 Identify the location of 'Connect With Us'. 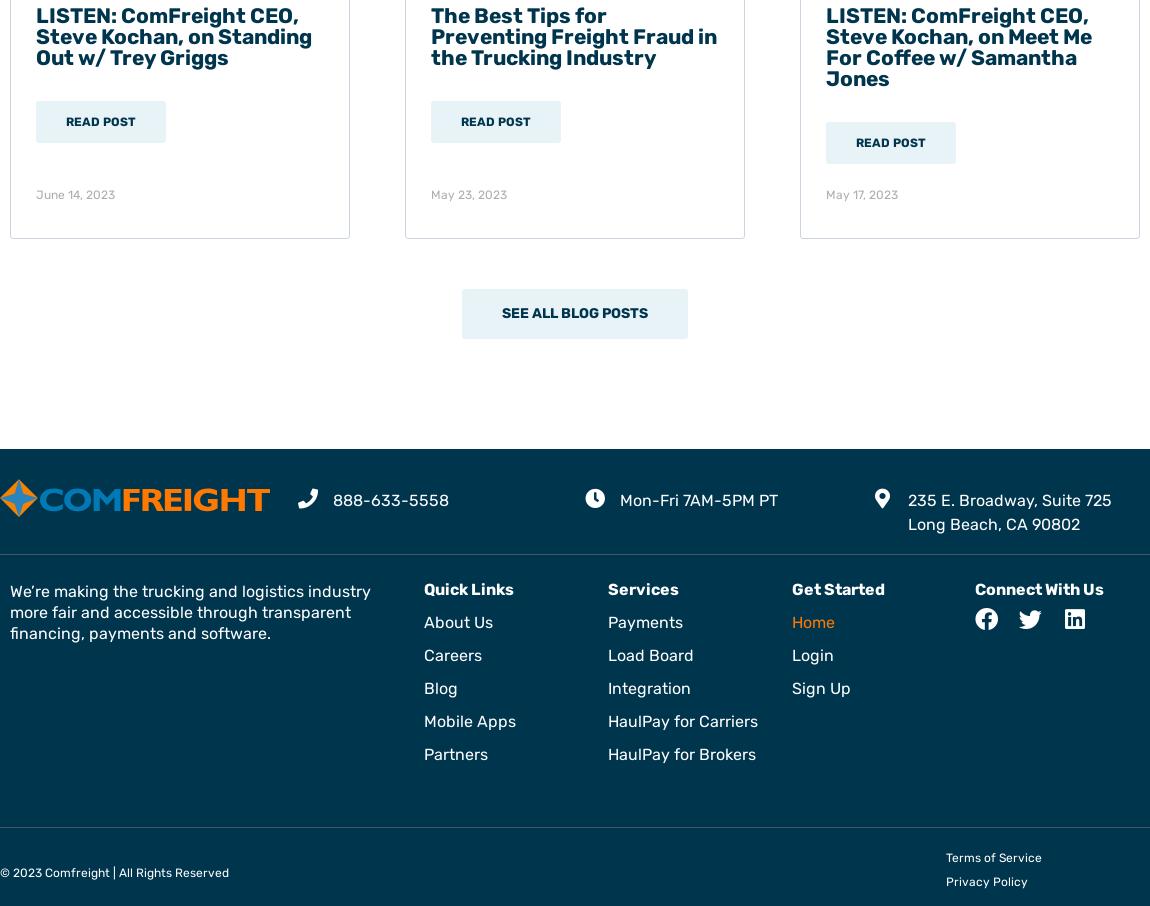
(1039, 588).